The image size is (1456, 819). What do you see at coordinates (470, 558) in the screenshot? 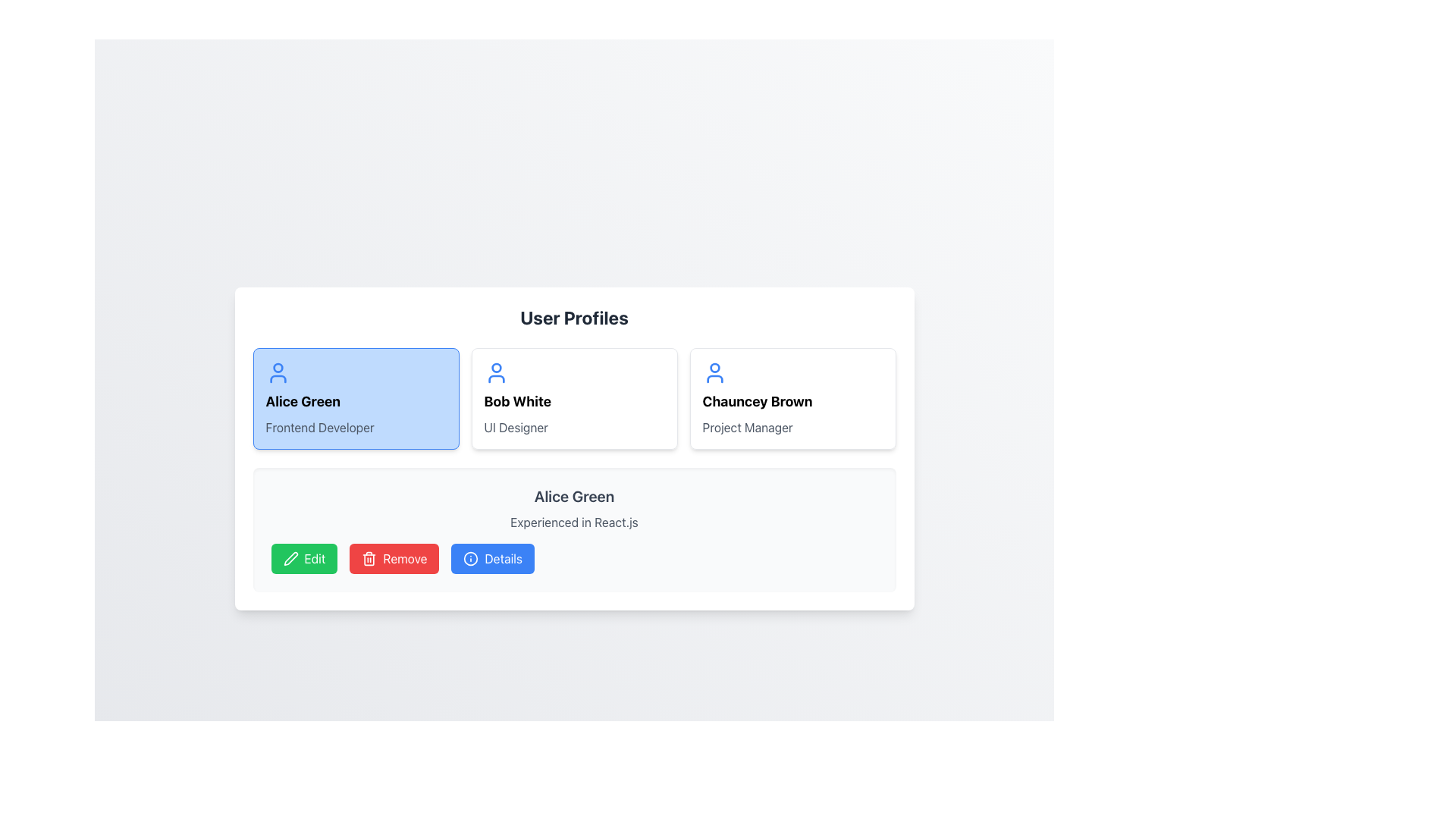
I see `the small circular informational icon with a blue outline and white interior containing an 'i' symbol, located to the left of the text label on the blue 'Details' button at the bottom-right of Alice Green's user profile card` at bounding box center [470, 558].